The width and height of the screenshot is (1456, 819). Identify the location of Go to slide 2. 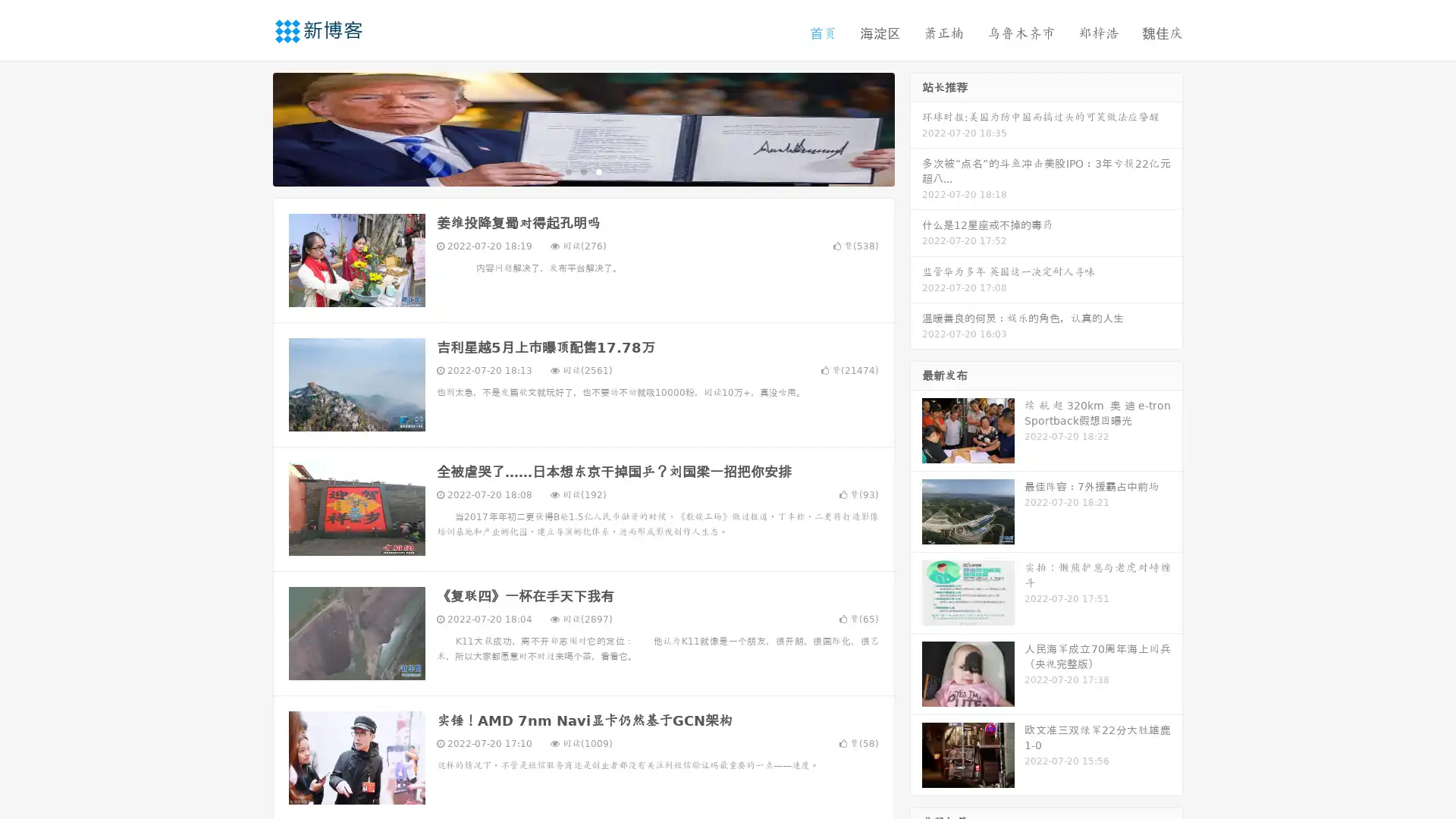
(582, 171).